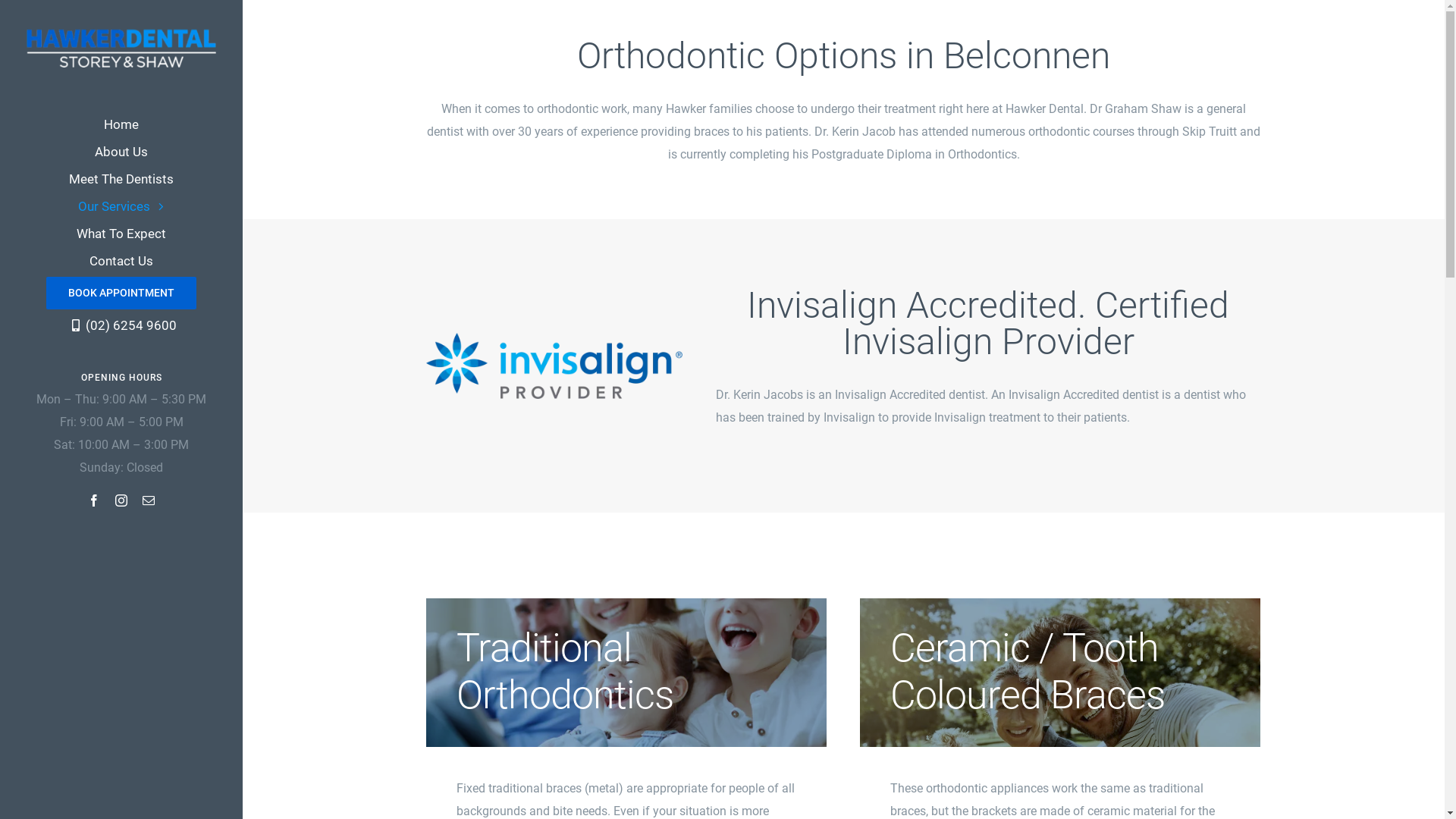  What do you see at coordinates (120, 259) in the screenshot?
I see `'Contact Us'` at bounding box center [120, 259].